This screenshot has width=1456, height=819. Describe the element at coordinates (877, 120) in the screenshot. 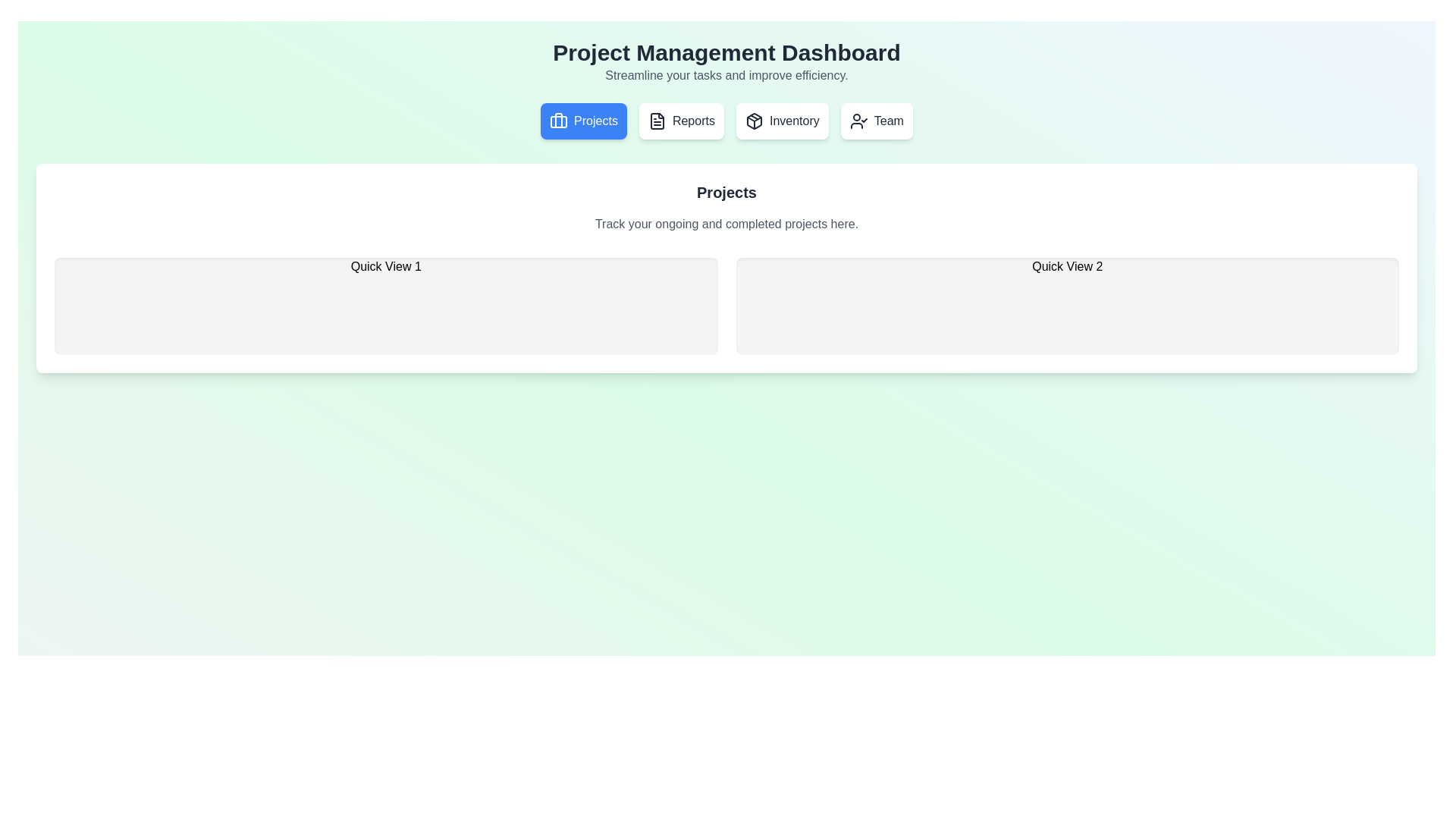

I see `the navigation button for team management located at the rightmost position of the row under 'Project Management Dashboard'` at that location.